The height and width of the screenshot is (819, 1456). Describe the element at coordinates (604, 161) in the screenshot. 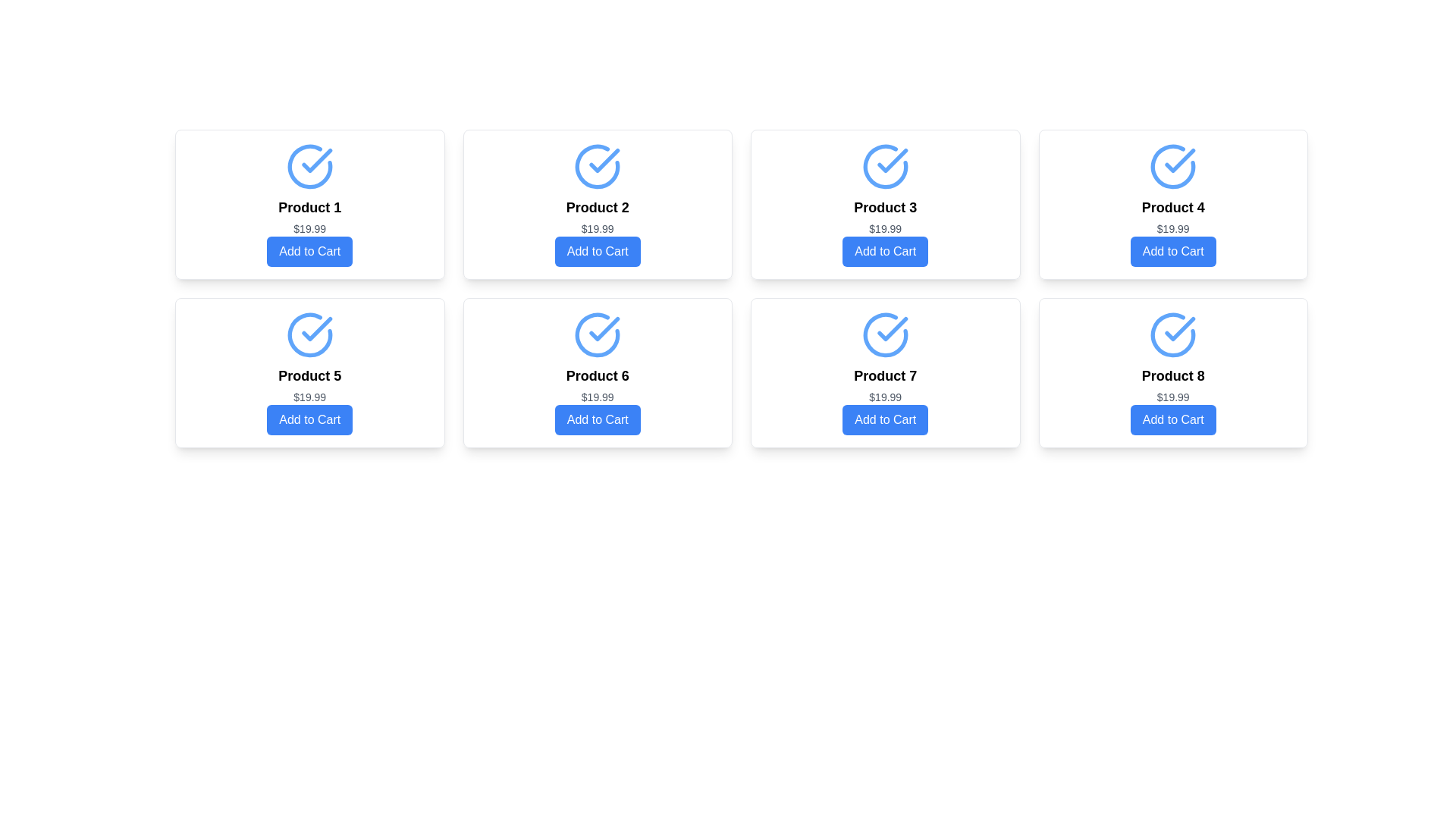

I see `the Iconographic SVG graphic with a checkmark design located in the second product card labeled 'Product 2' in the top row of the grid layout` at that location.